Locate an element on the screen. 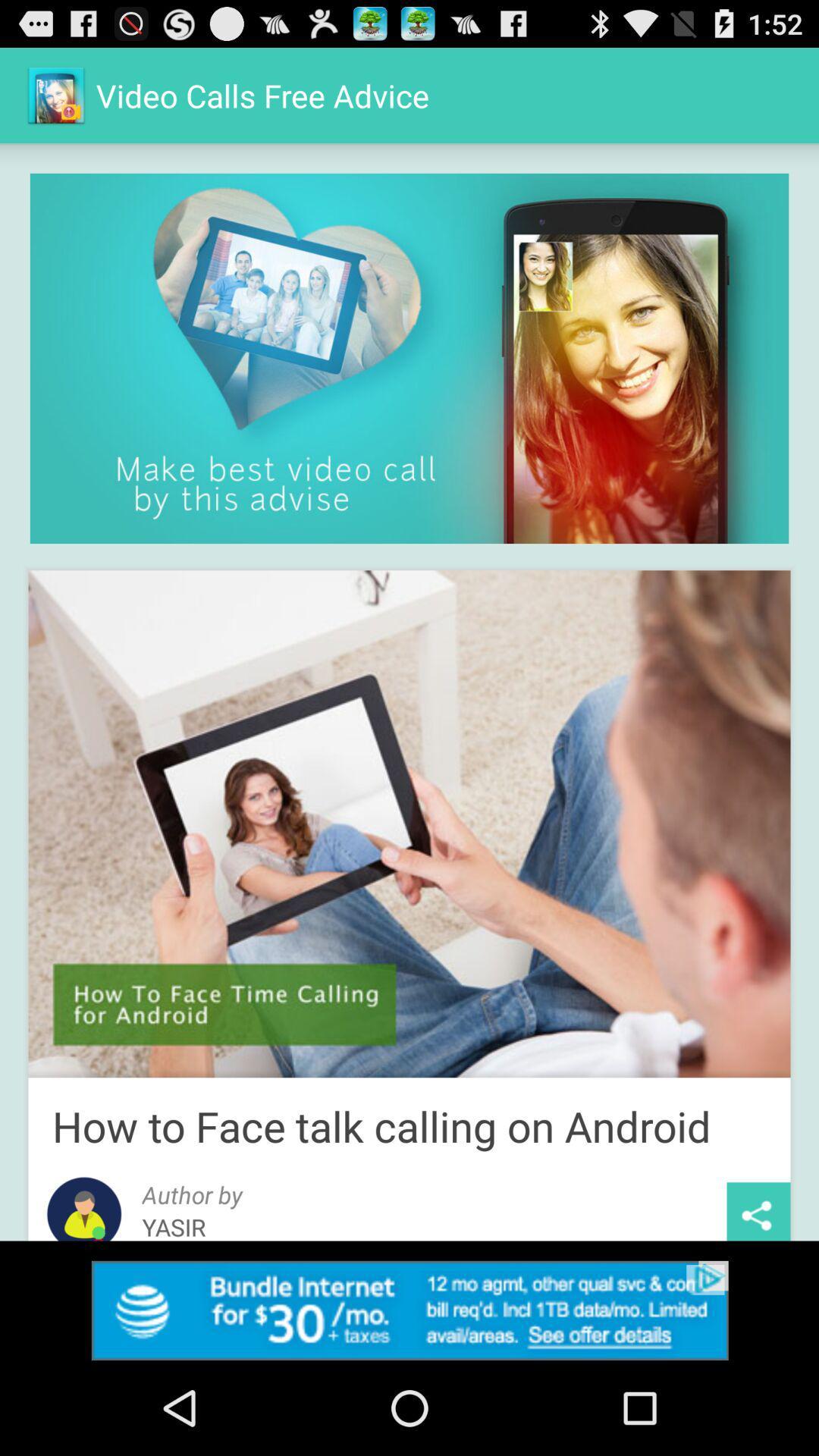  share article is located at coordinates (758, 1210).